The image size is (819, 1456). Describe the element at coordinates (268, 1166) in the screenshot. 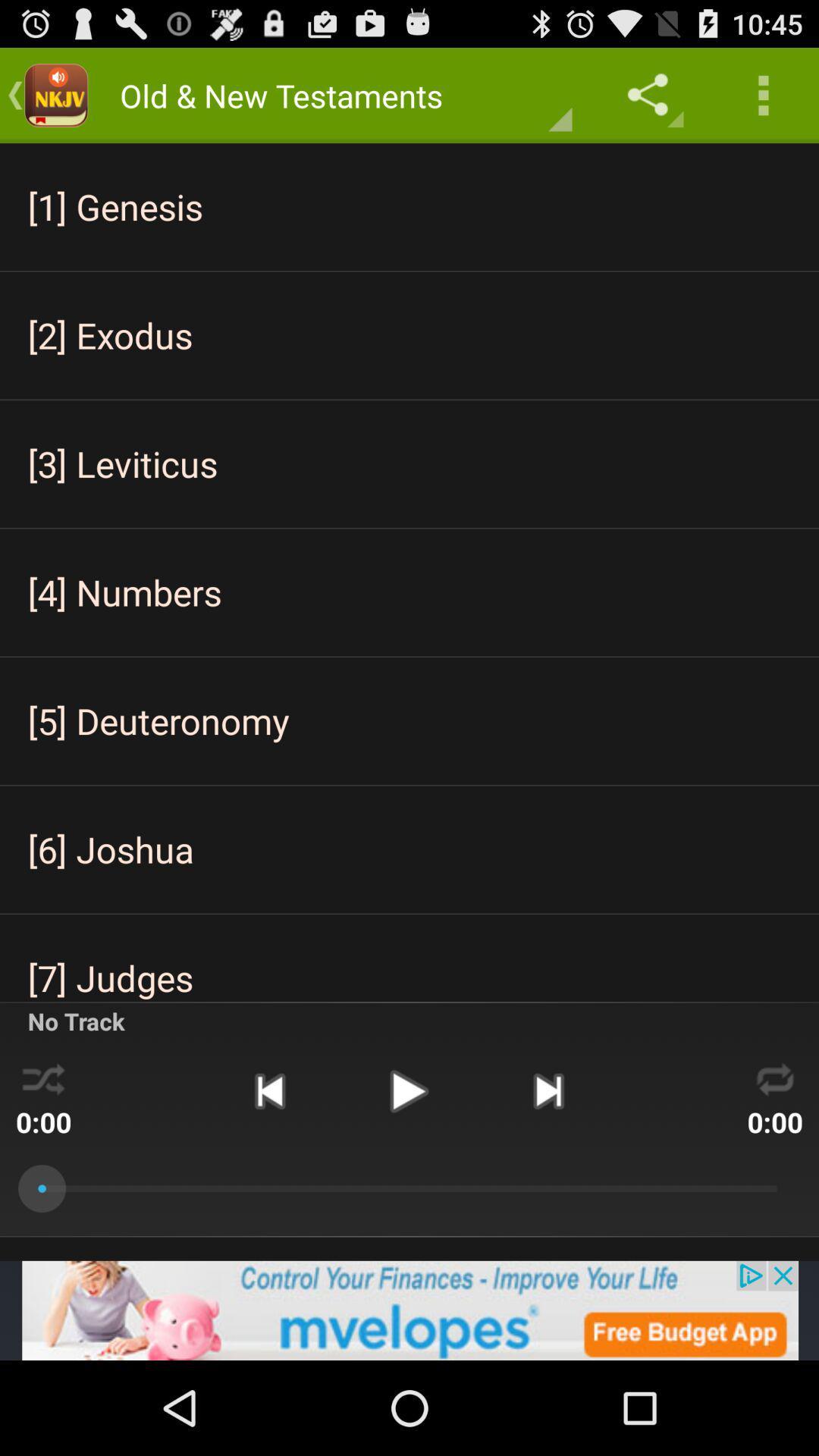

I see `the skip_previous icon` at that location.